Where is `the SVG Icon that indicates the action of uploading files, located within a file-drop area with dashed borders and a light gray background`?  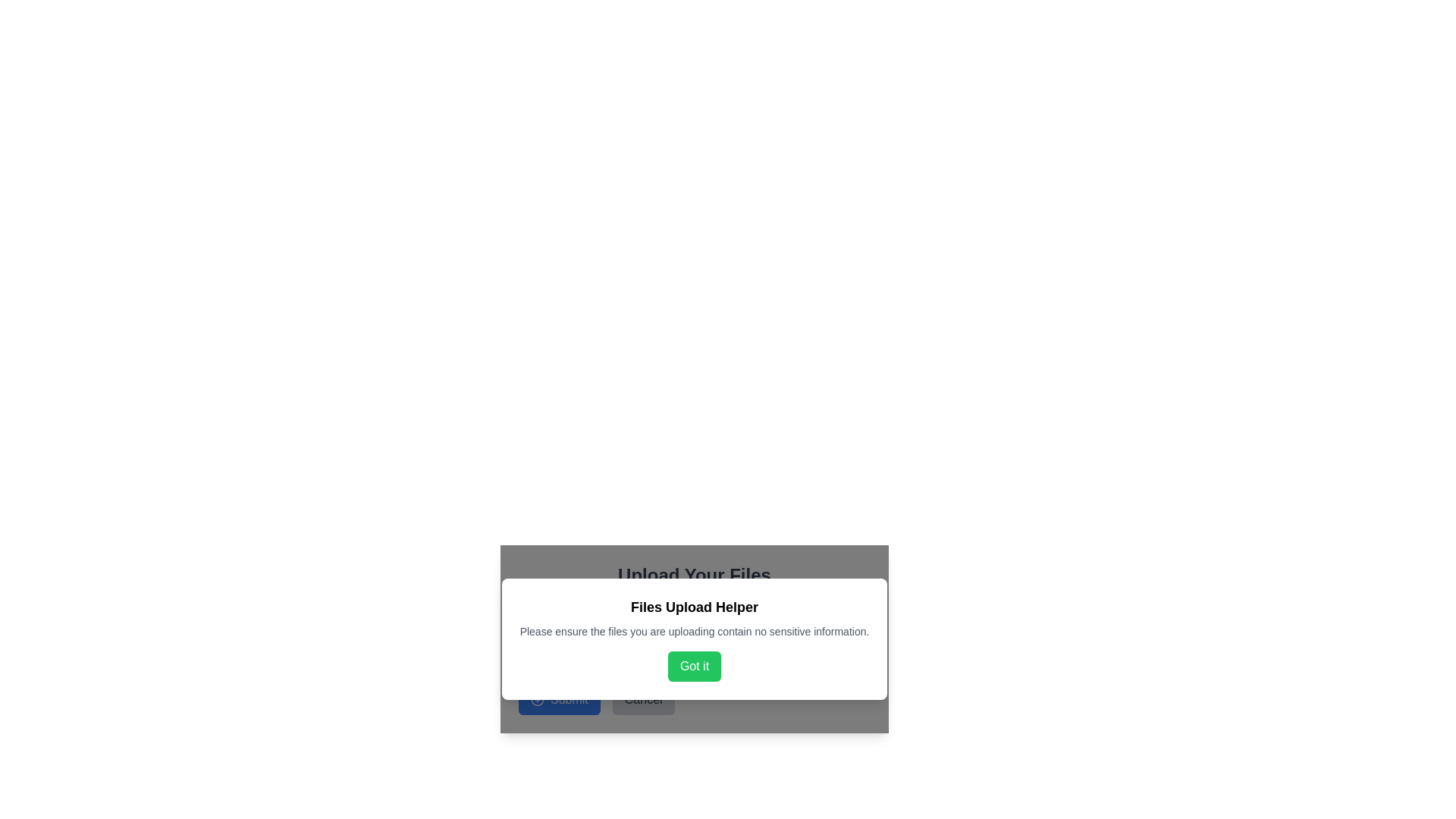
the SVG Icon that indicates the action of uploading files, located within a file-drop area with dashed borders and a light gray background is located at coordinates (694, 626).